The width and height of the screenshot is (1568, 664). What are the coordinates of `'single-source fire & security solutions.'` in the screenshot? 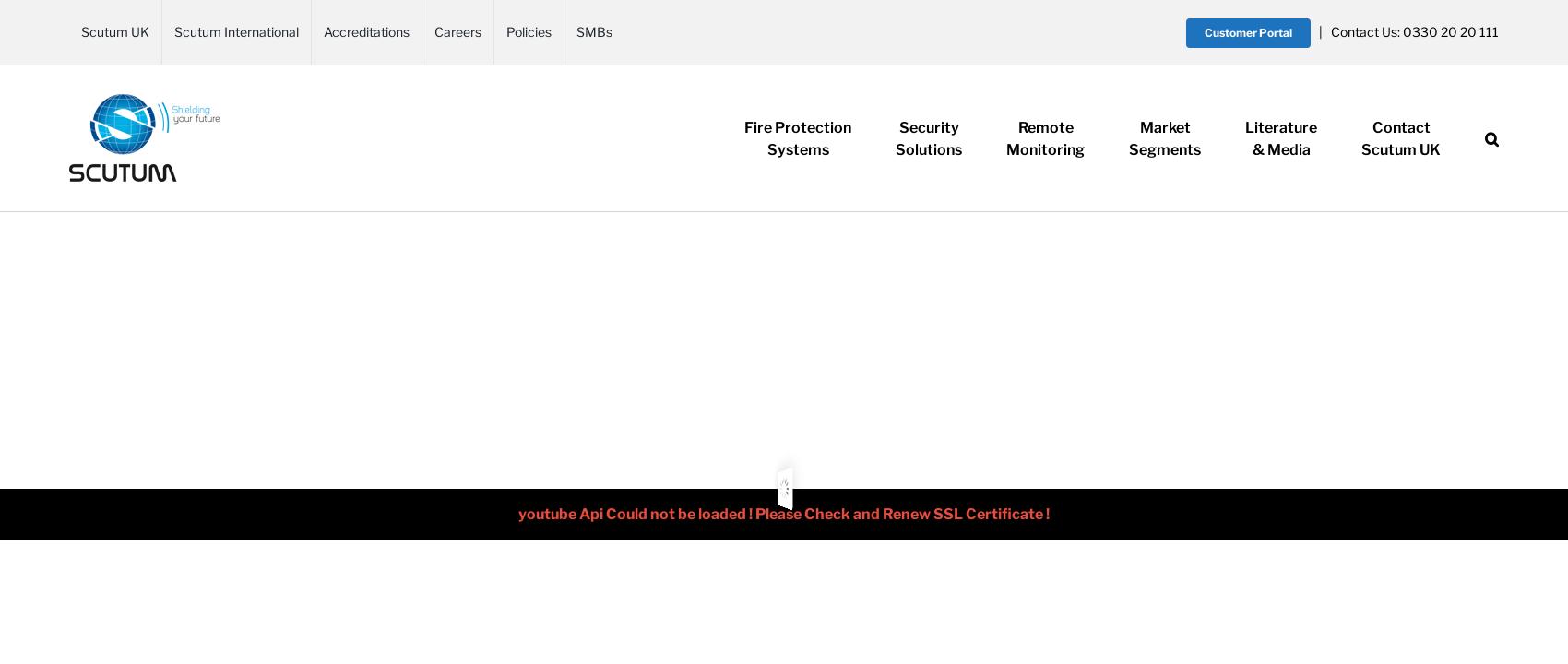 It's located at (128, 245).